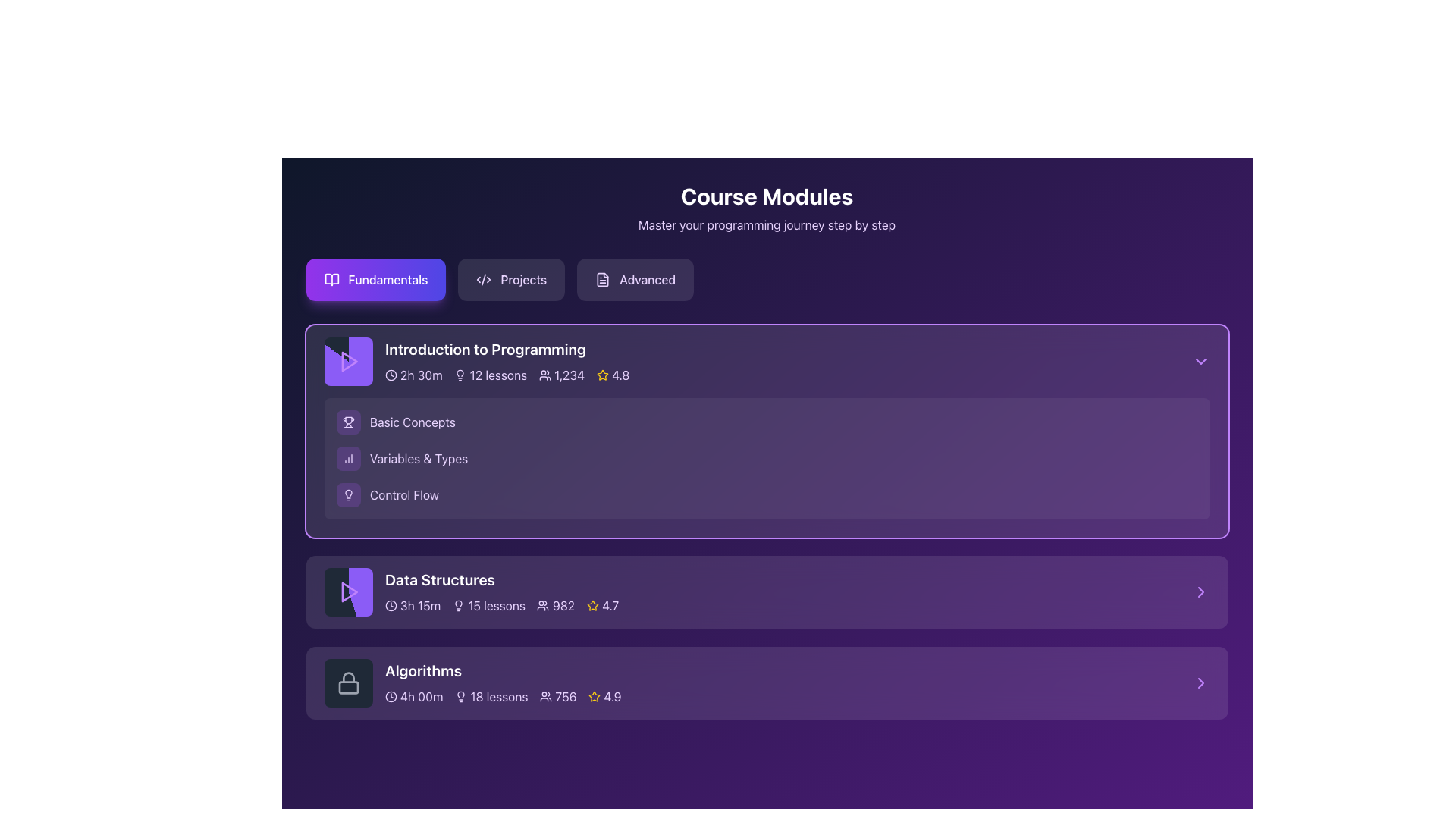 The image size is (1456, 819). What do you see at coordinates (507, 350) in the screenshot?
I see `the course module title text label located at the center-top of the course card in the 'Fundamentals' tab to copy its text` at bounding box center [507, 350].